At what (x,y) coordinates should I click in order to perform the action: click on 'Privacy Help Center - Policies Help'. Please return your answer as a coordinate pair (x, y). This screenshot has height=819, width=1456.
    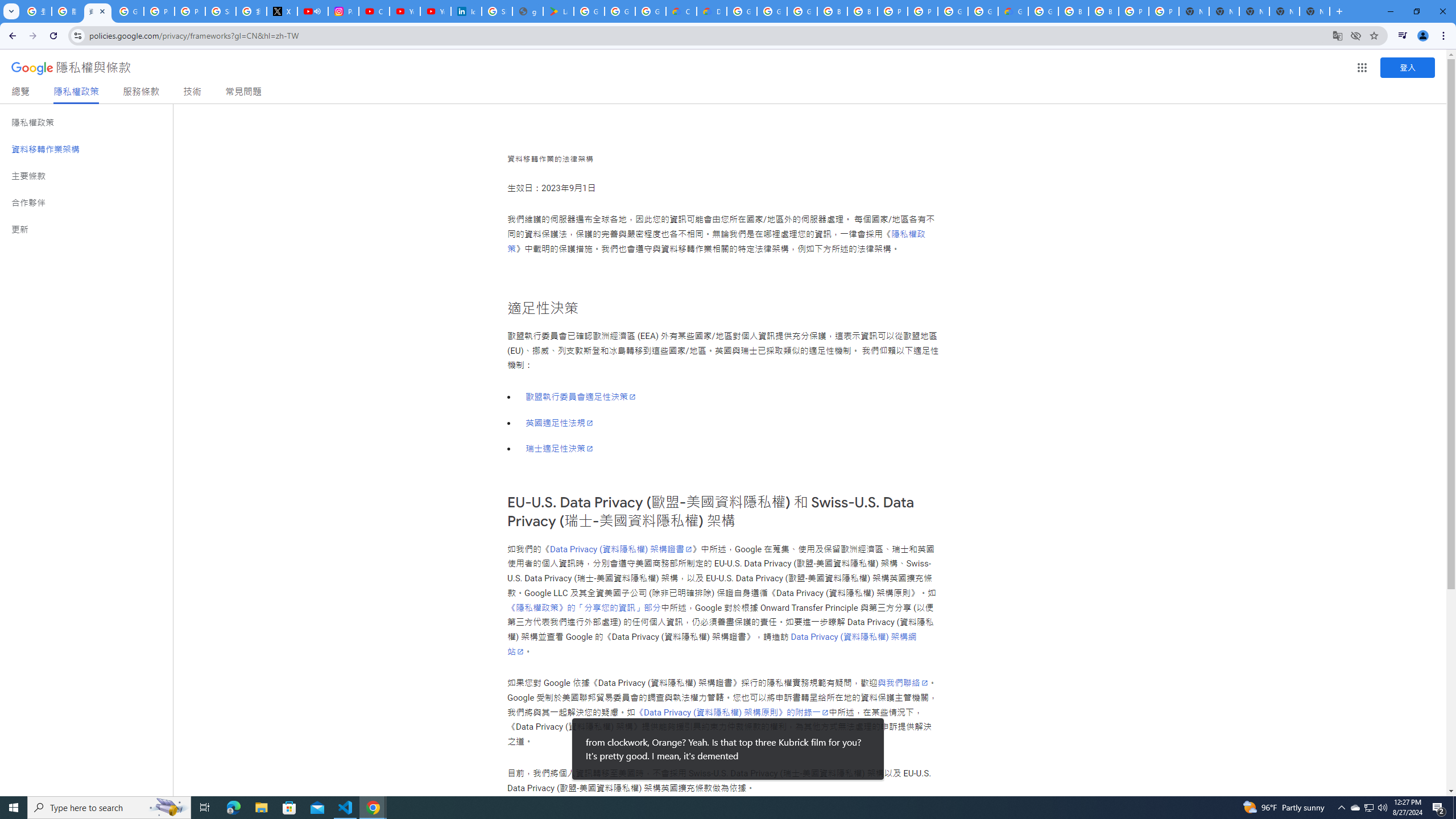
    Looking at the image, I should click on (158, 11).